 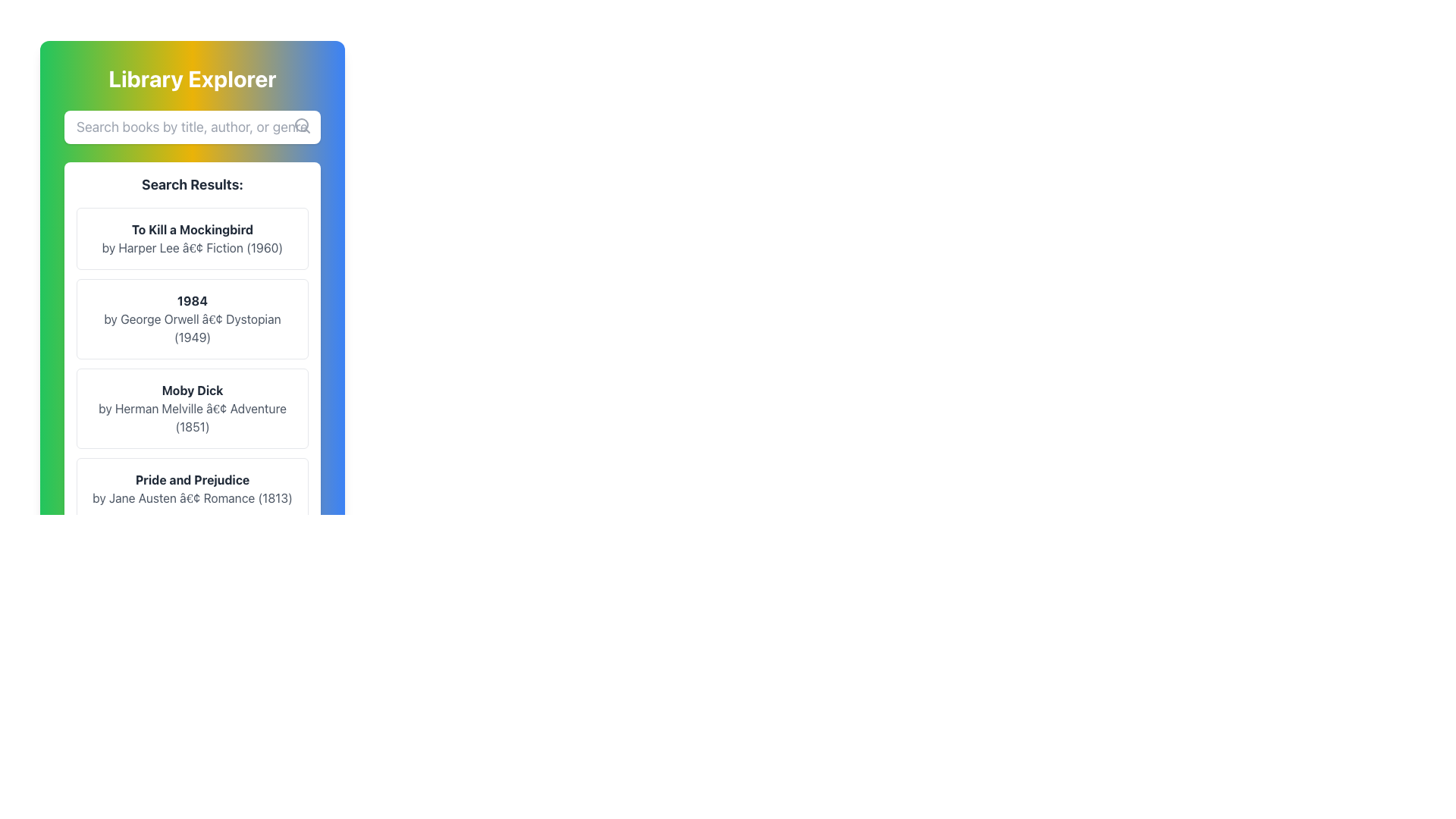 I want to click on the descriptive text block displaying information about the book 'Pride and Prejudice', located as the fourth item in a vertical list of book entries, so click(x=192, y=488).